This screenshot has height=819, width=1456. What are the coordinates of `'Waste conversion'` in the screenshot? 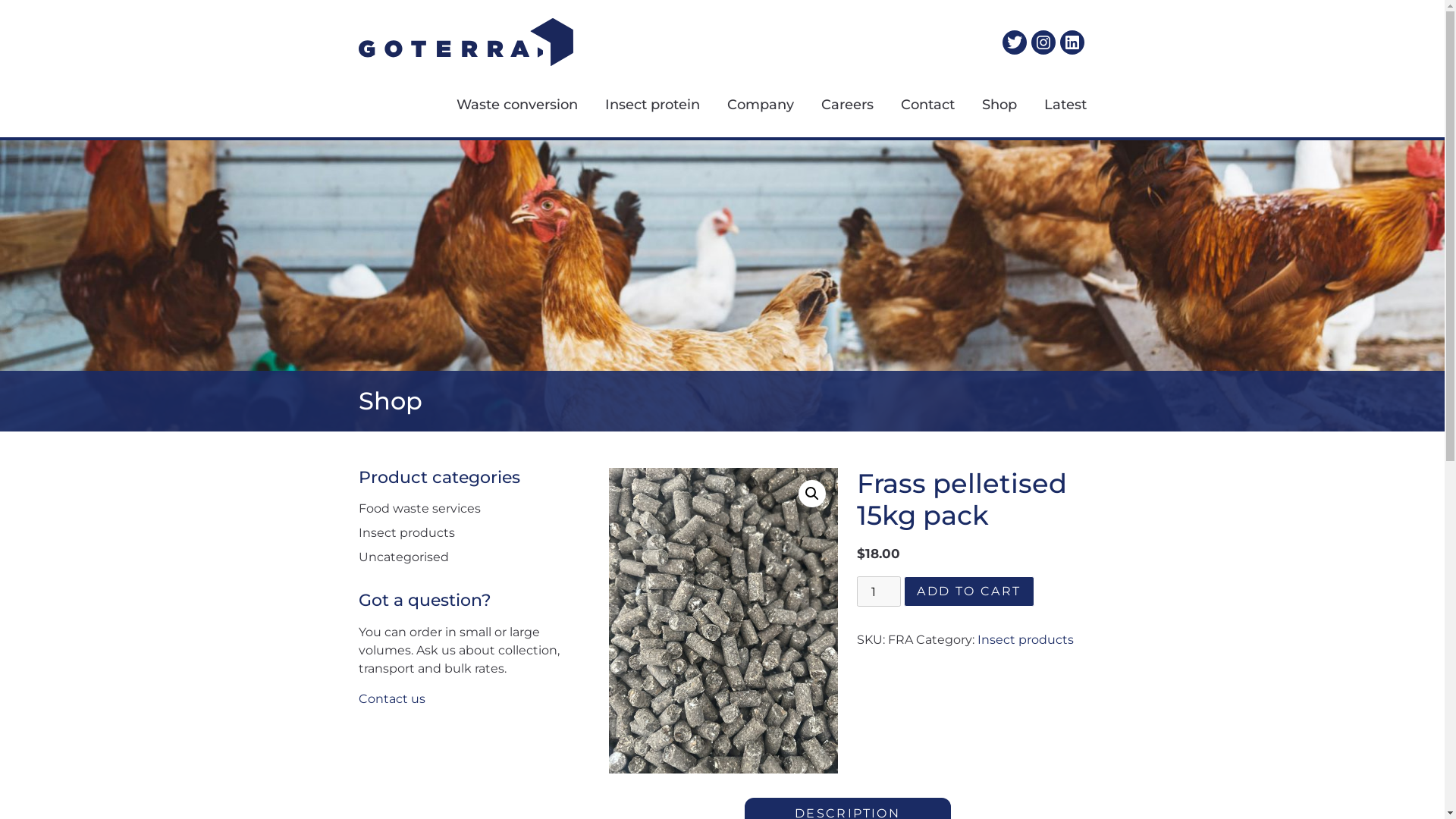 It's located at (503, 104).